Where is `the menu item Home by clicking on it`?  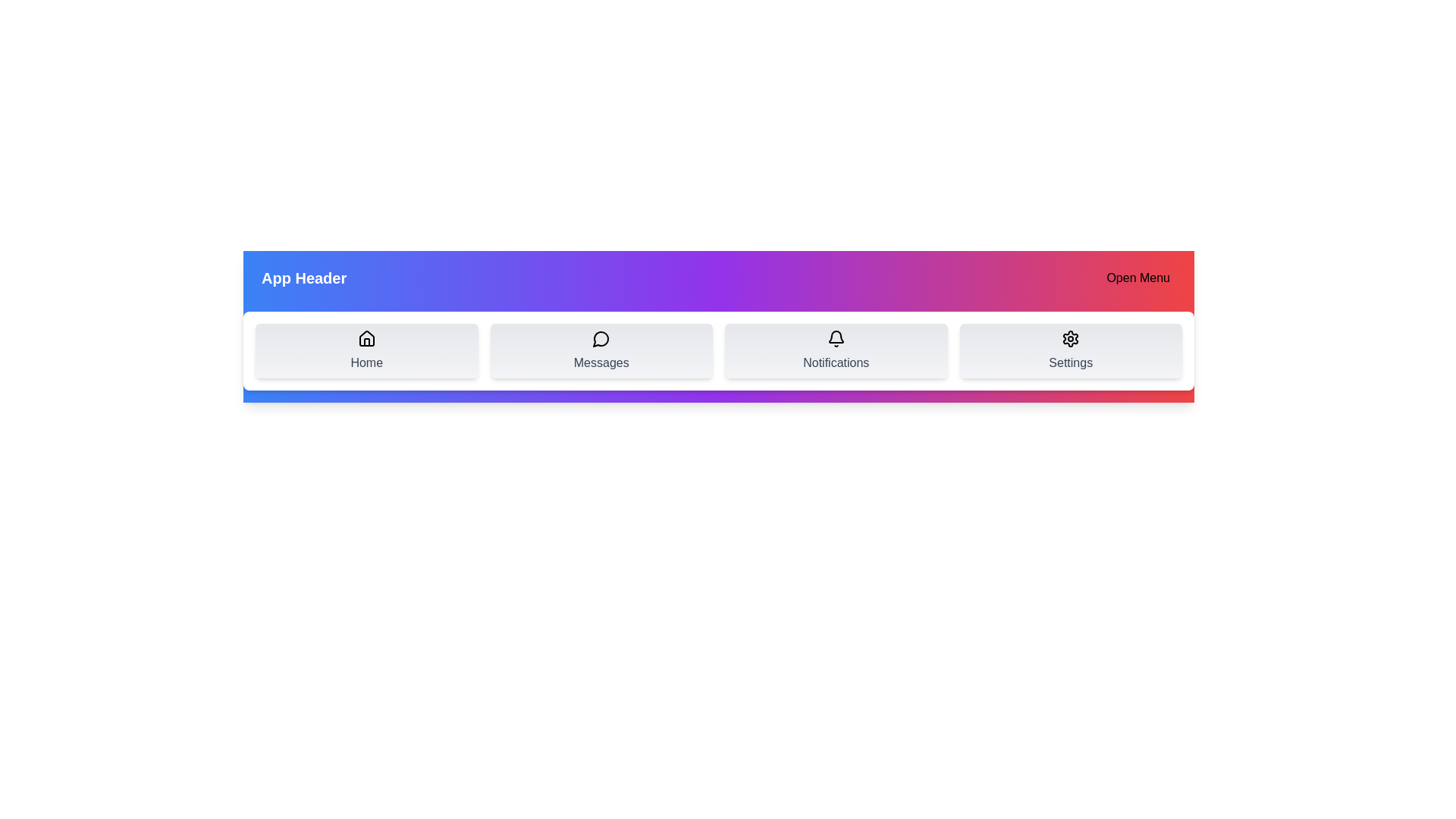
the menu item Home by clicking on it is located at coordinates (366, 350).